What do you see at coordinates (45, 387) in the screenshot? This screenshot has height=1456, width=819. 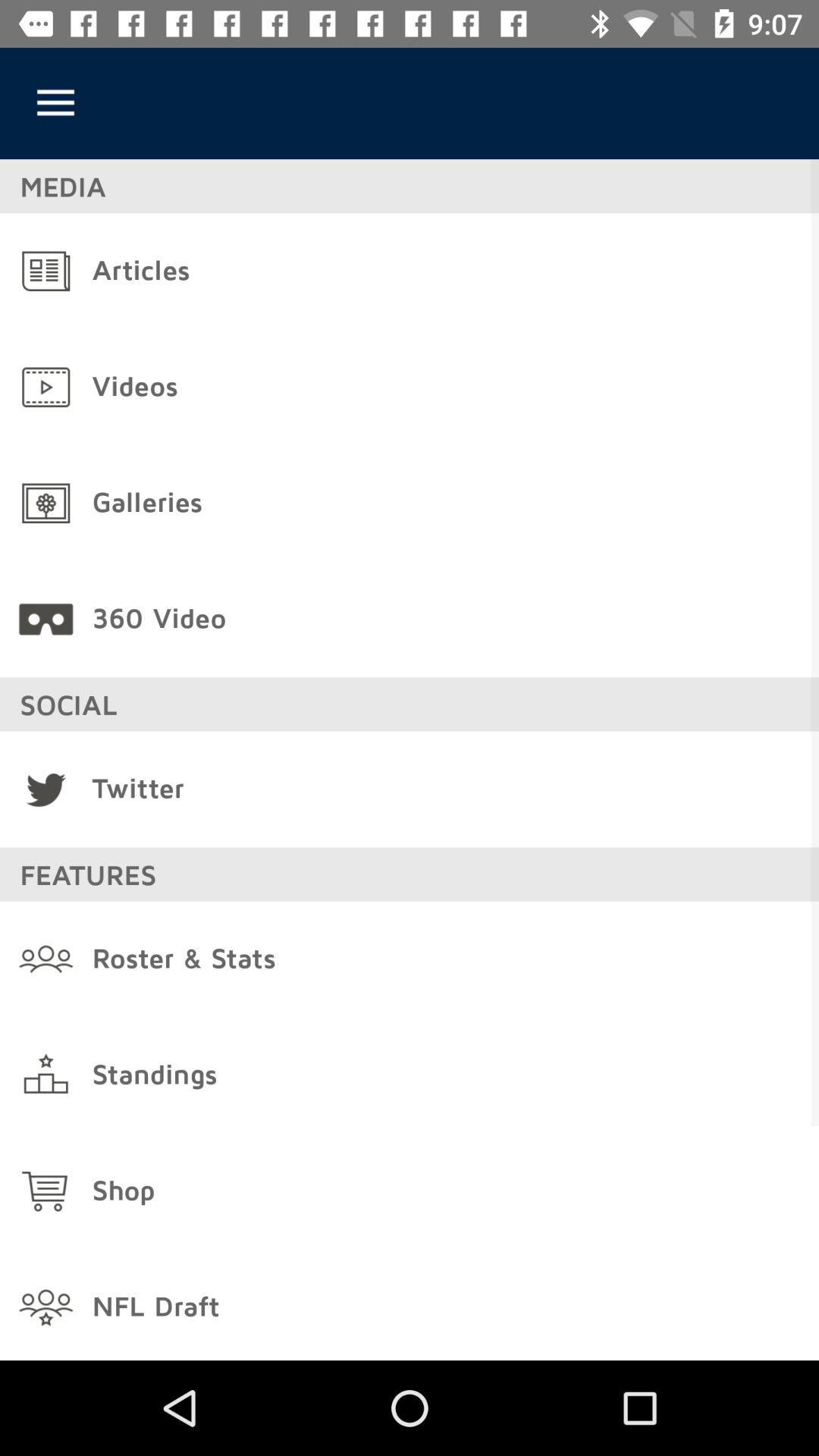 I see `the second icon under media` at bounding box center [45, 387].